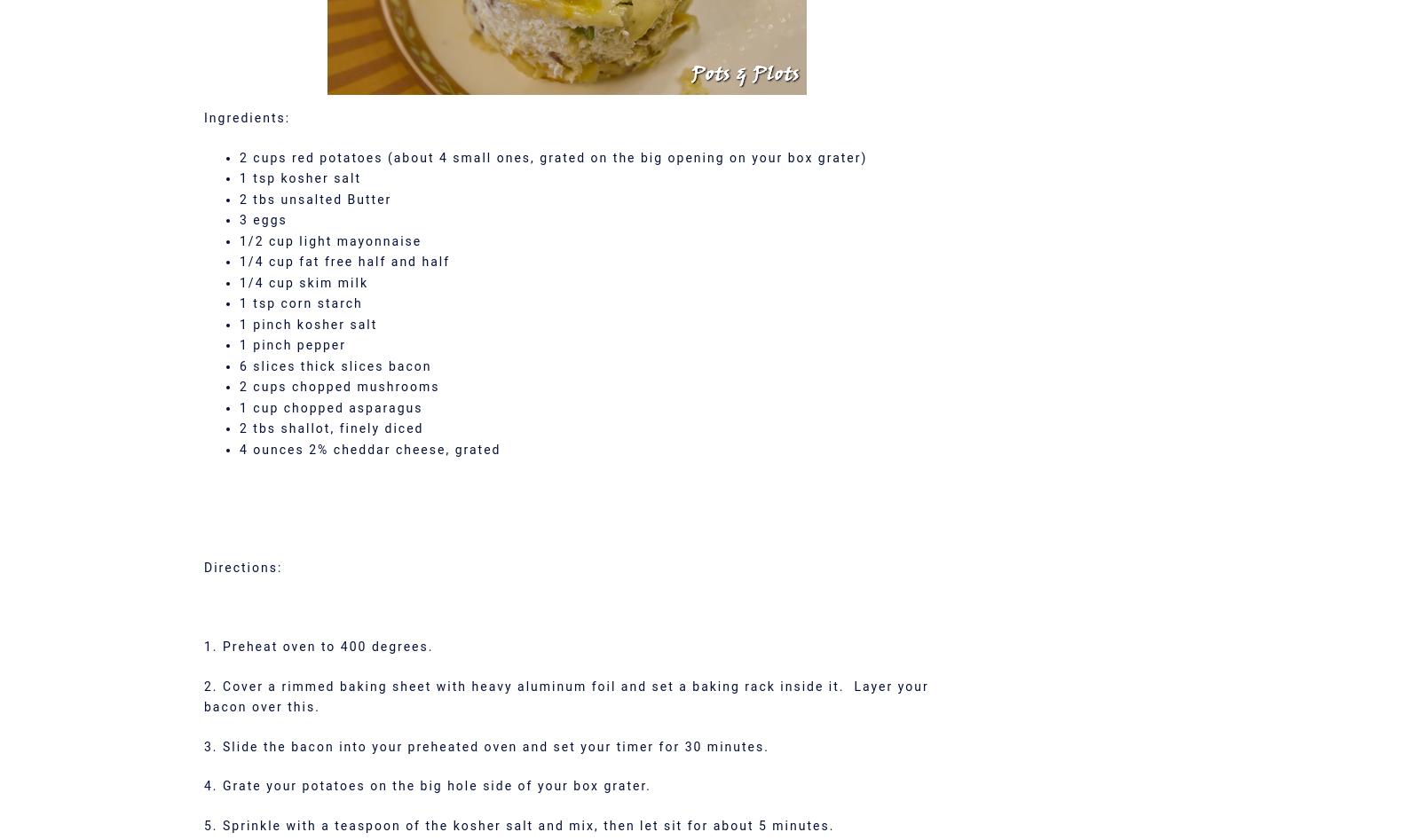 The width and height of the screenshot is (1420, 840). Describe the element at coordinates (709, 577) in the screenshot. I see `'Smashwords'` at that location.